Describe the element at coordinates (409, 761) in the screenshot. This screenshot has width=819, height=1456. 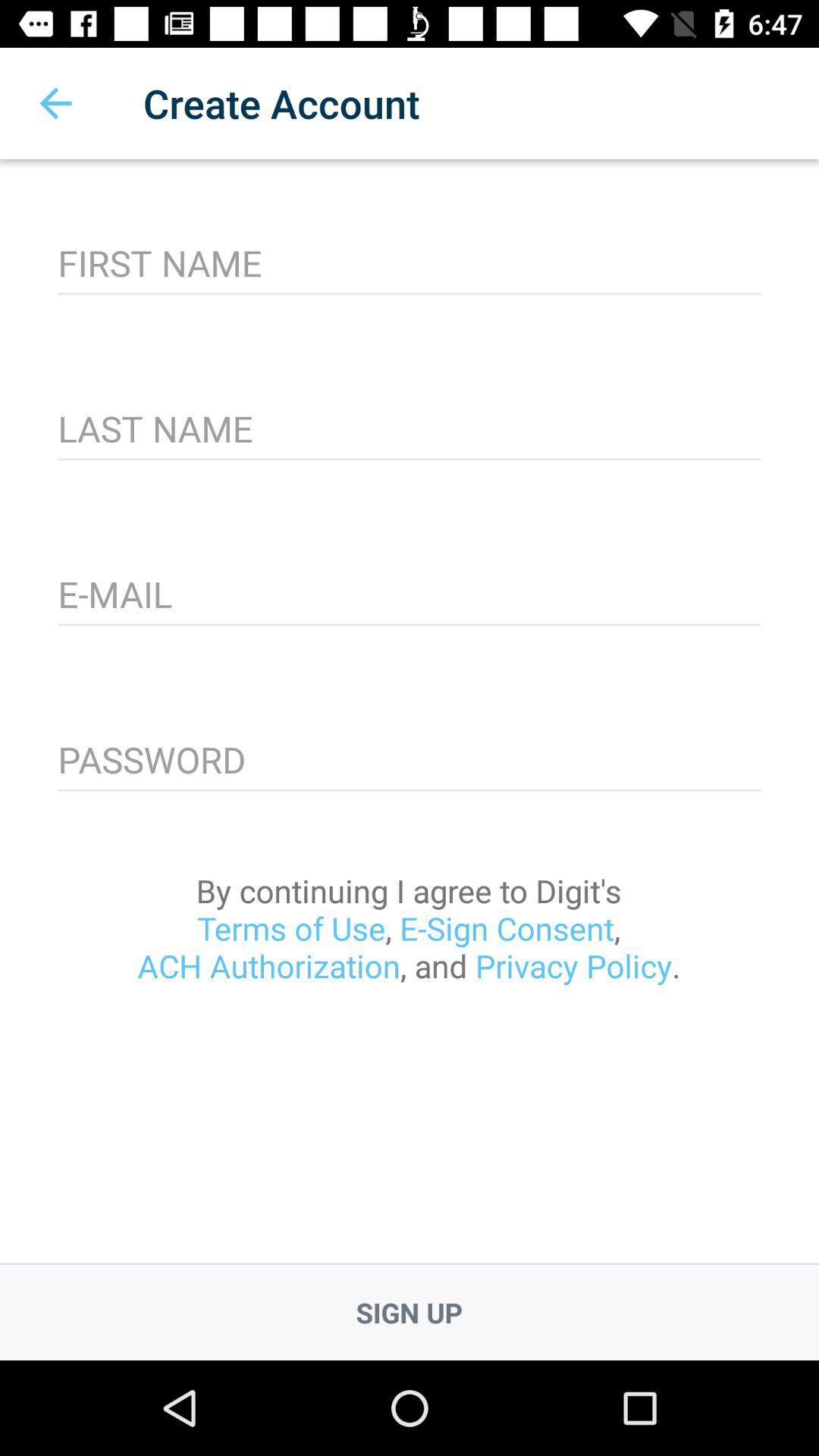
I see `item above the by continuing i icon` at that location.